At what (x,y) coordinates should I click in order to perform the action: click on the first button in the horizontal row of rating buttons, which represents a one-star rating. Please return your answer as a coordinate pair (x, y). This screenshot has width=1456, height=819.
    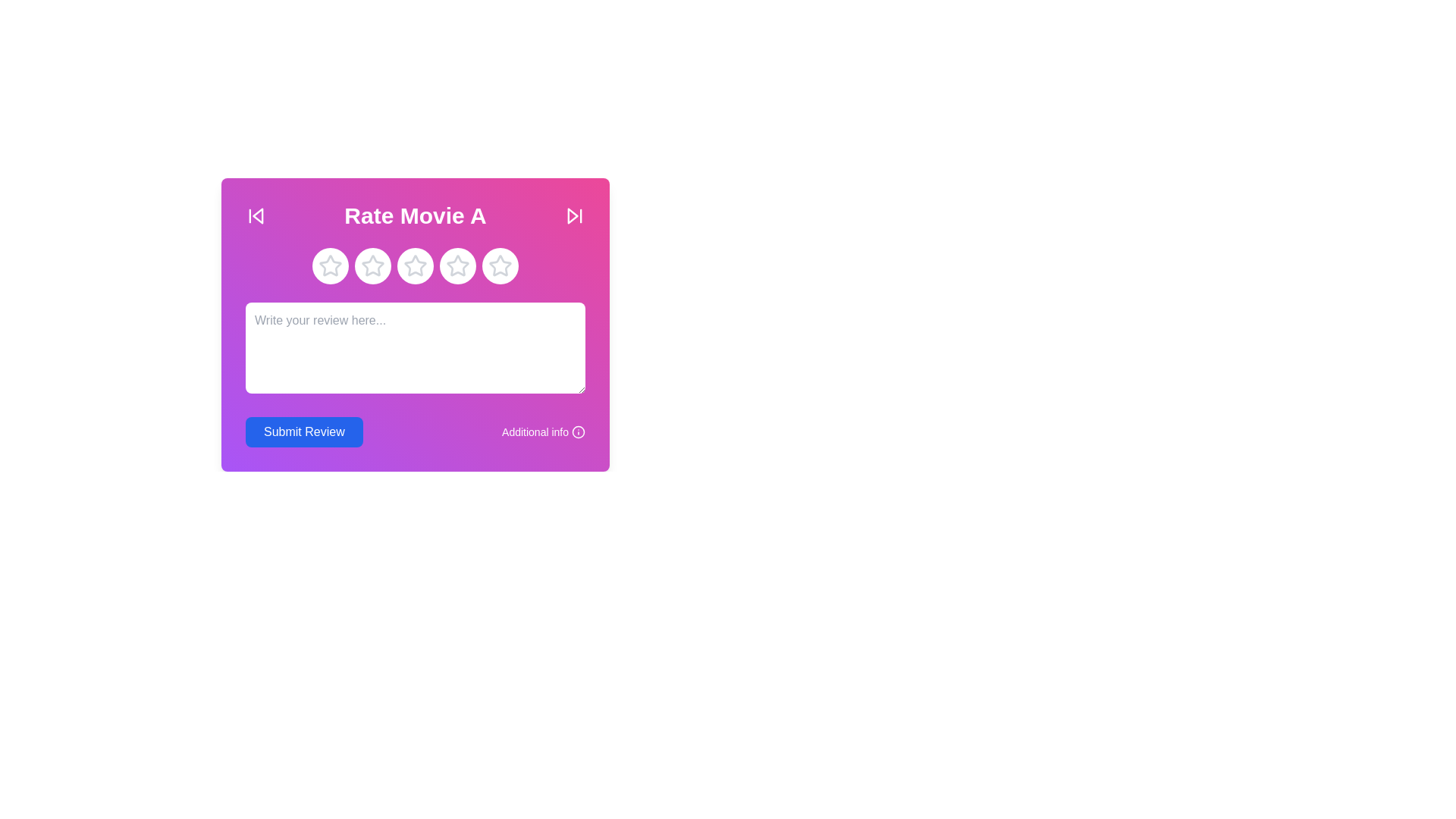
    Looking at the image, I should click on (330, 265).